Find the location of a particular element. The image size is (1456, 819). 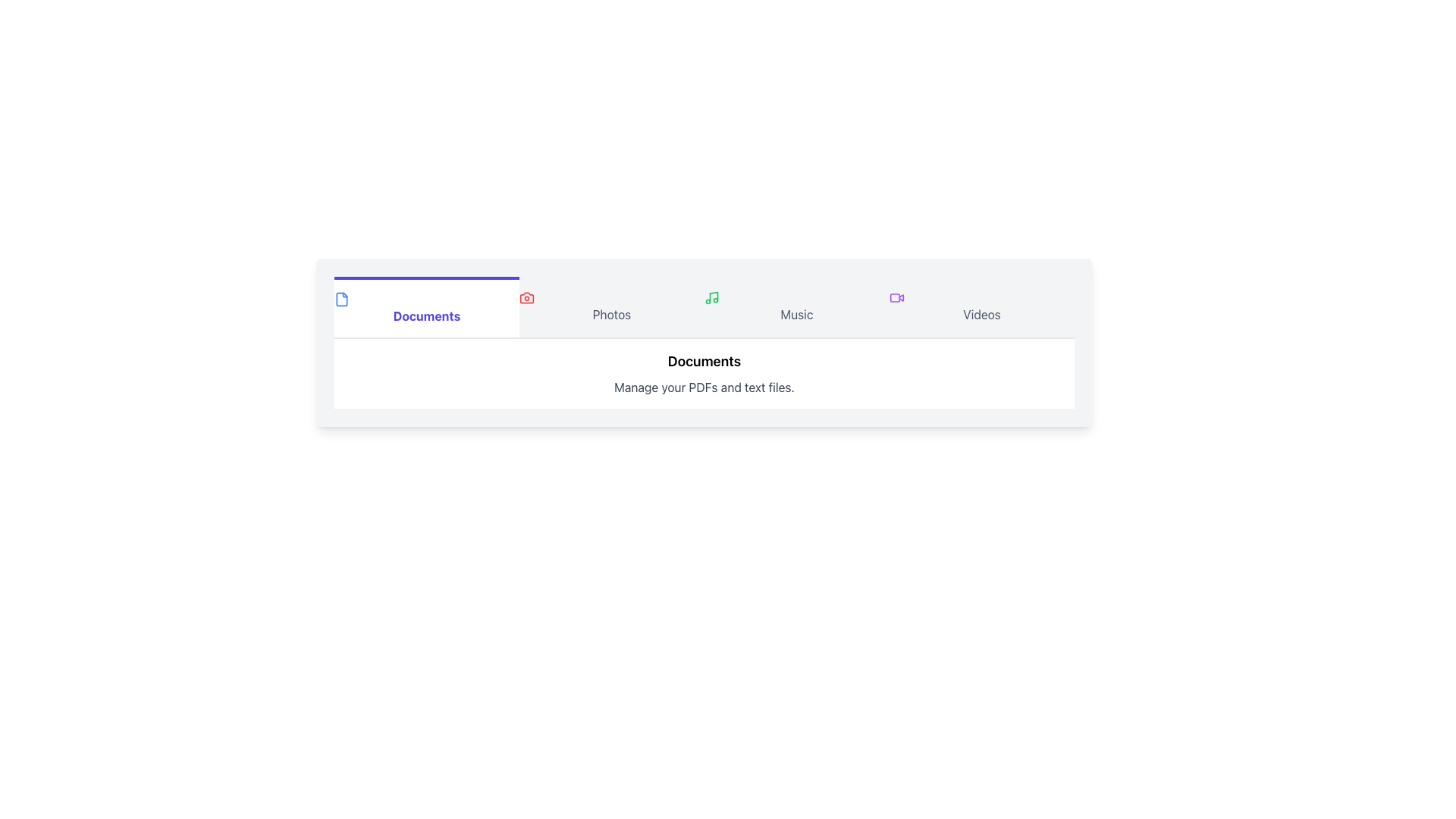

the purple camera icon representing the 'Videos' tab in the top navigation bar, which is the fourth icon in the sequence, directly above the 'Videos' label is located at coordinates (896, 298).